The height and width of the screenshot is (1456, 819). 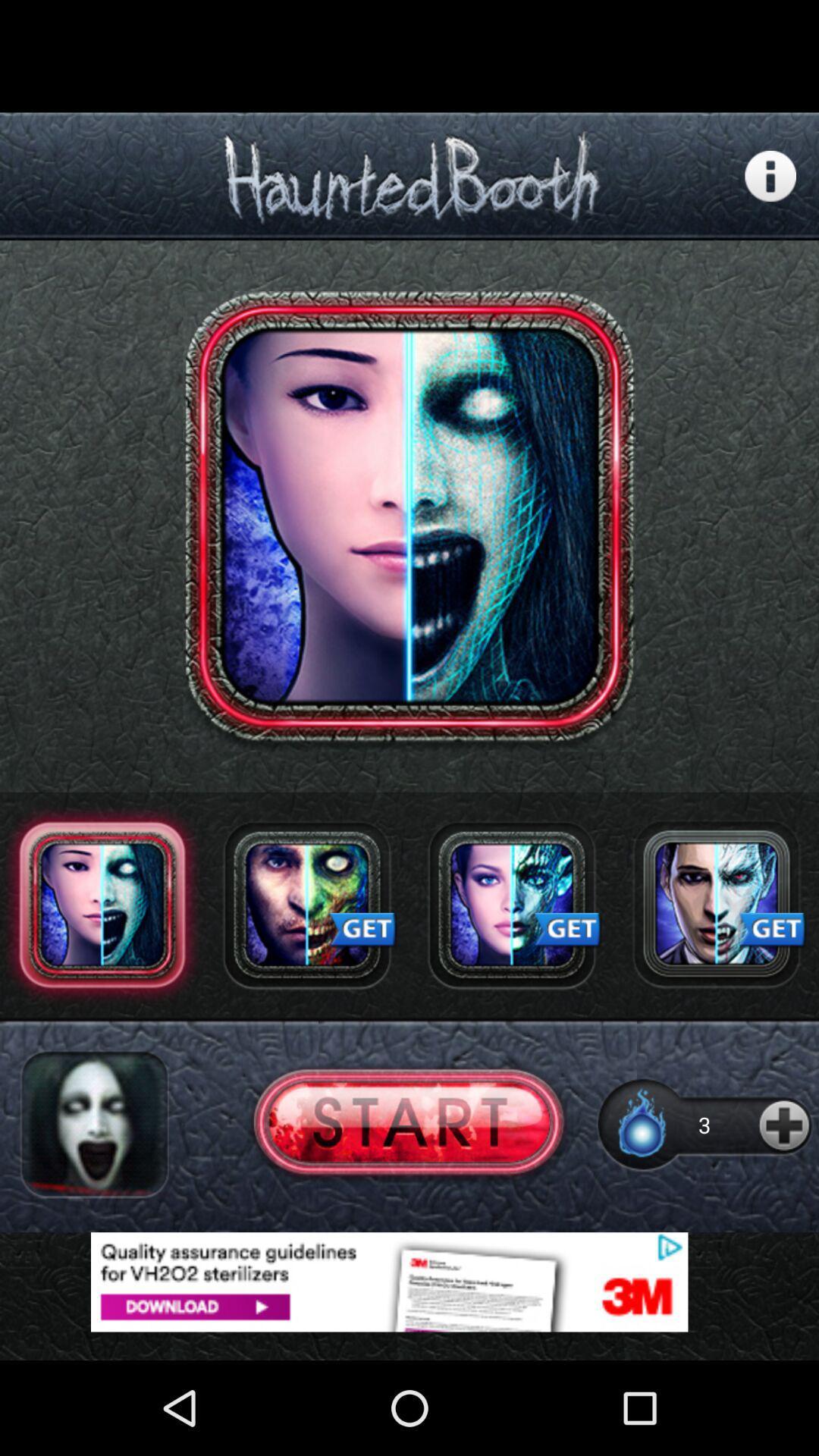 I want to click on show information, so click(x=770, y=176).